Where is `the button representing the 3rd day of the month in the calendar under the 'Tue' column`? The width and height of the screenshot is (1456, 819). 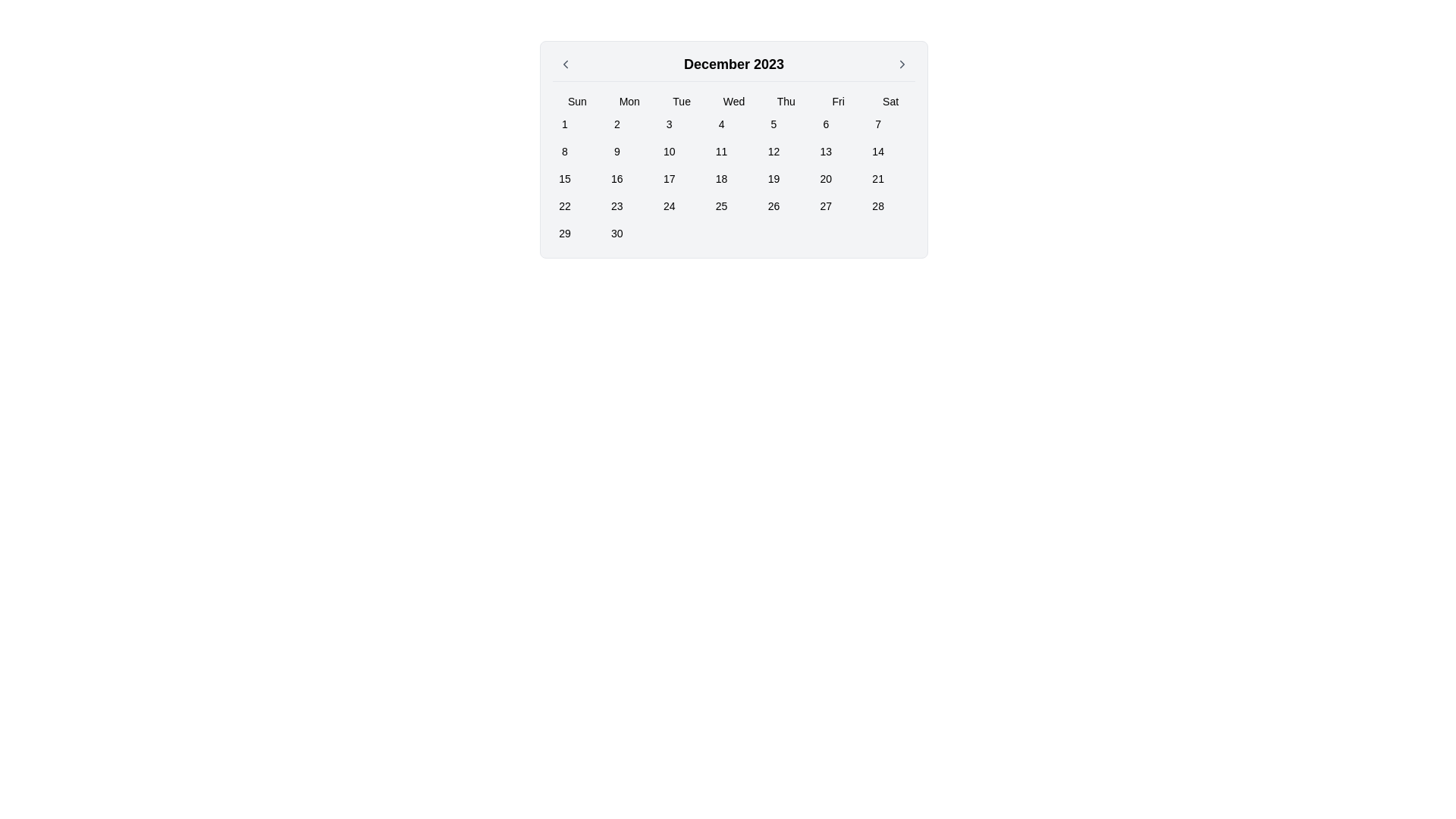
the button representing the 3rd day of the month in the calendar under the 'Tue' column is located at coordinates (668, 124).